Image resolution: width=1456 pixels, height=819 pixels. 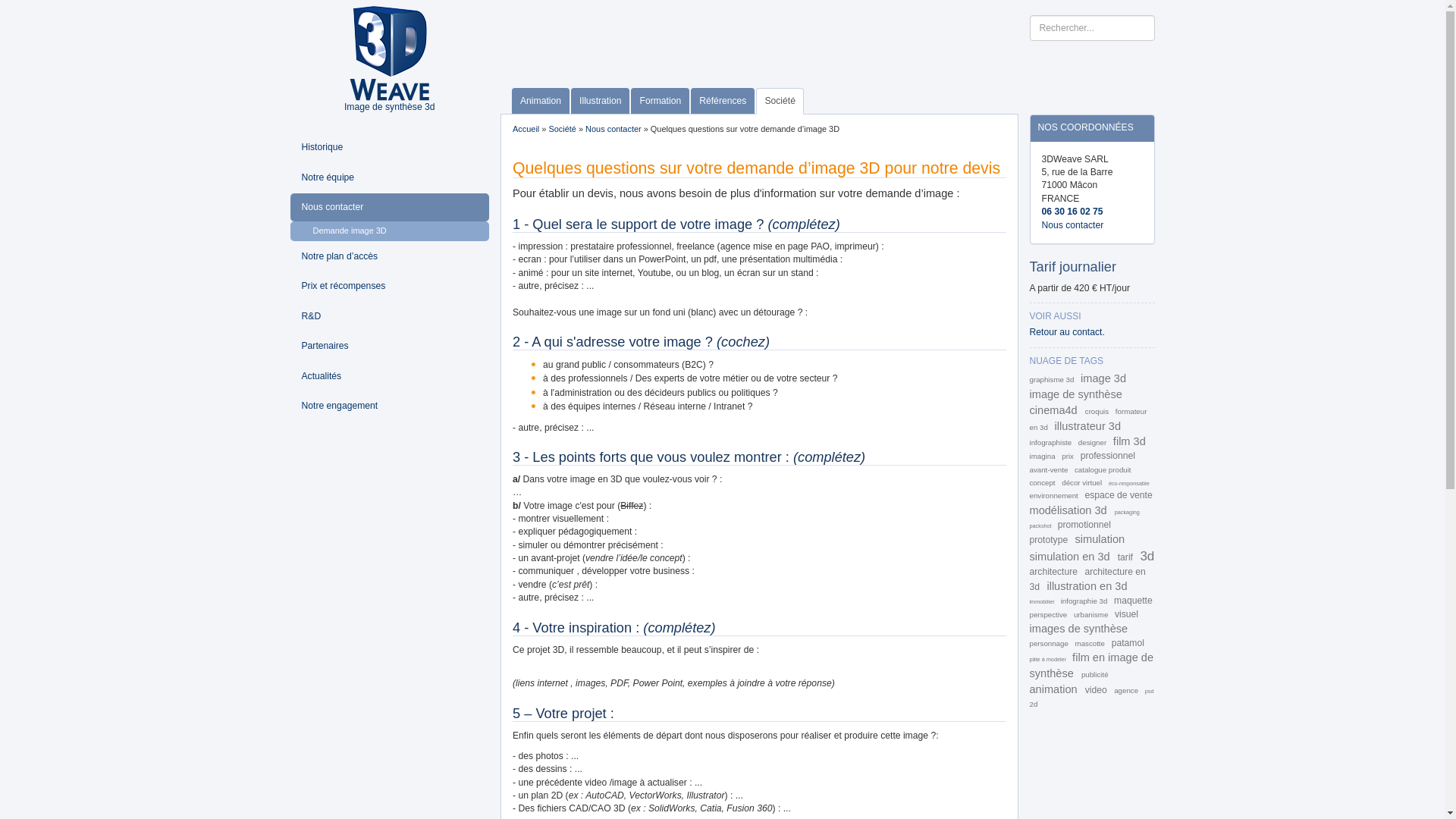 What do you see at coordinates (1043, 455) in the screenshot?
I see `'imagina'` at bounding box center [1043, 455].